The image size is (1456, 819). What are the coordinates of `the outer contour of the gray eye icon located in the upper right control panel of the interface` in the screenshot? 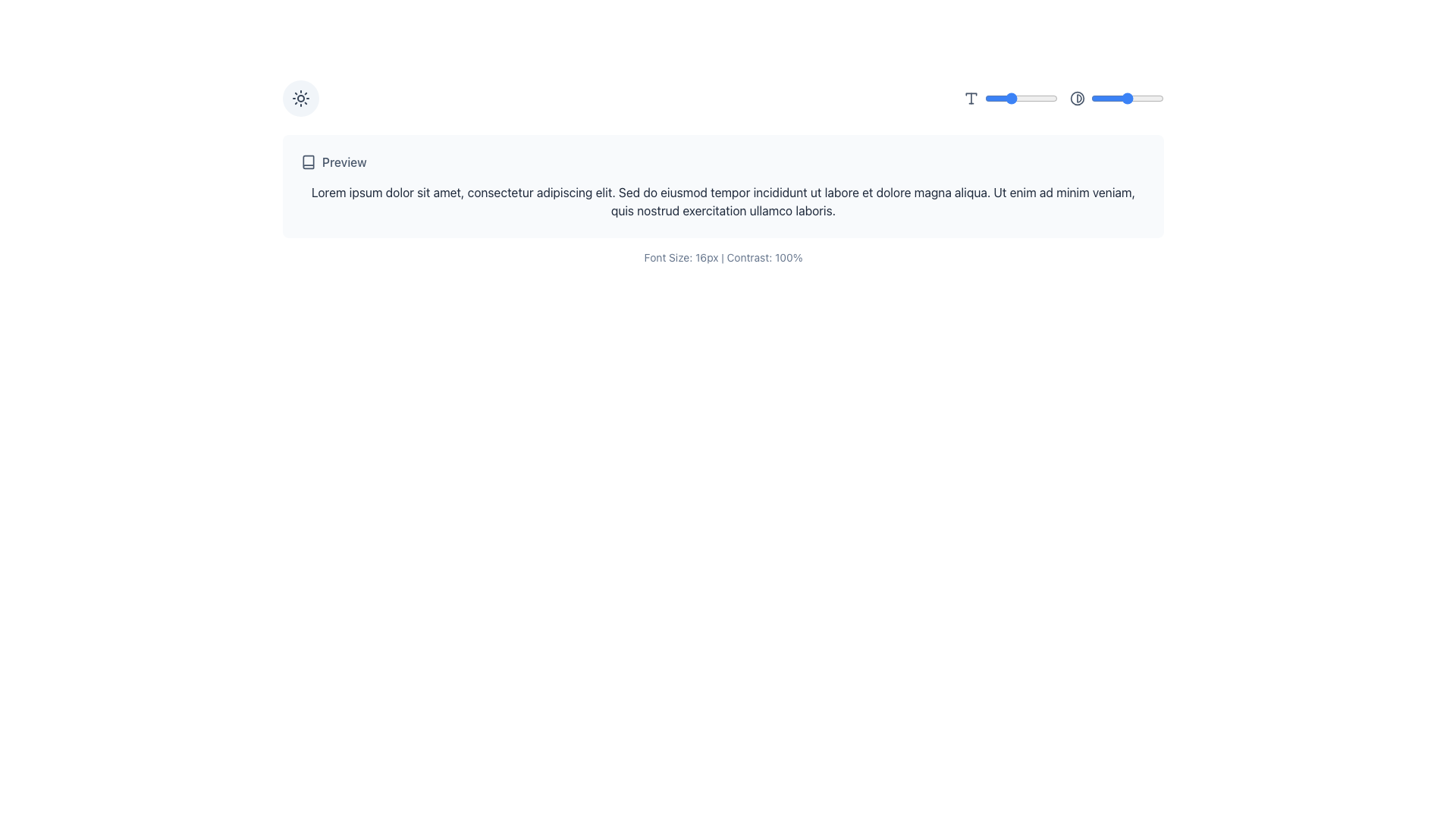 It's located at (1150, 102).